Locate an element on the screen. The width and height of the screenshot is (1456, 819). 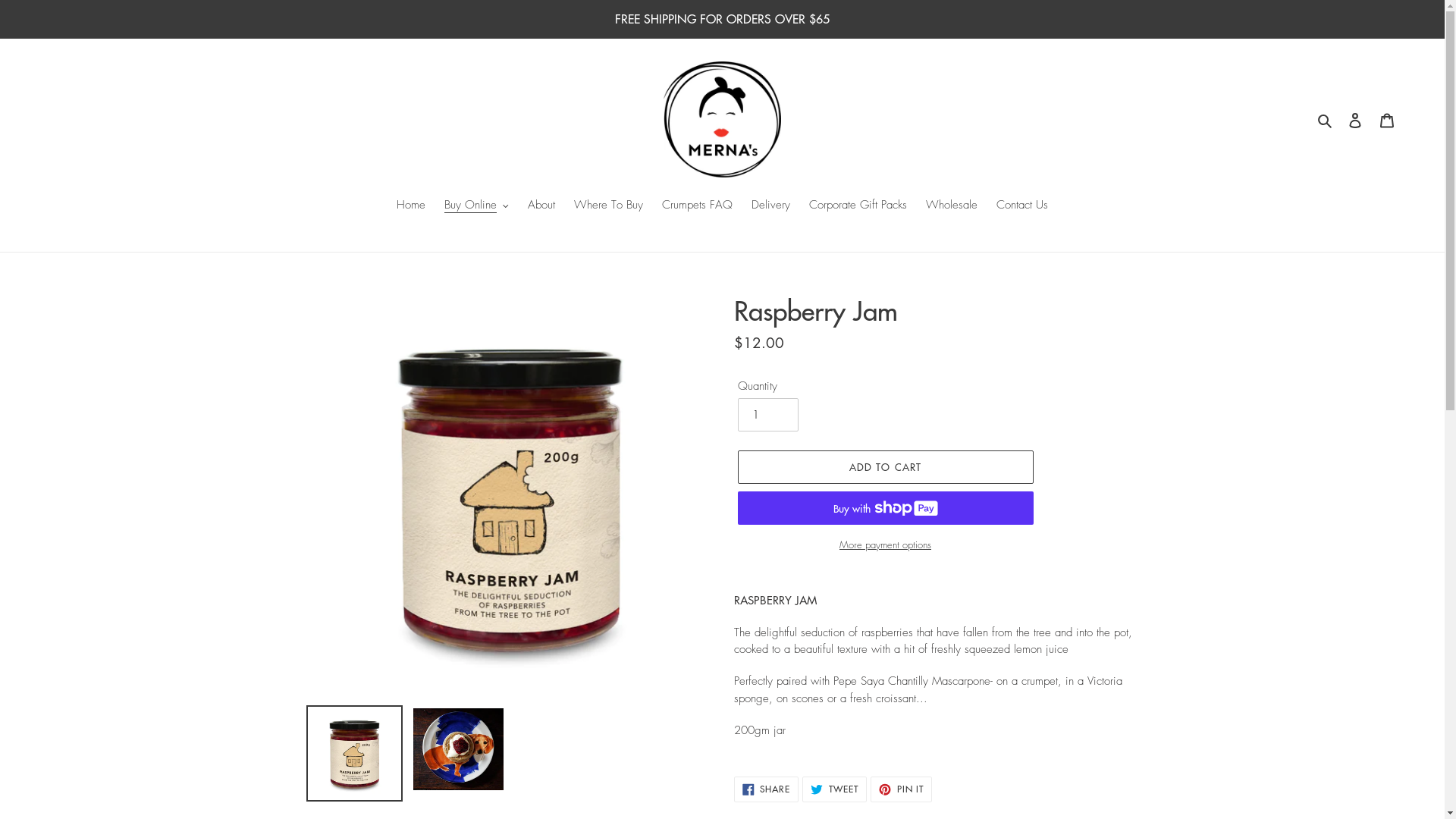
'Home' is located at coordinates (411, 206).